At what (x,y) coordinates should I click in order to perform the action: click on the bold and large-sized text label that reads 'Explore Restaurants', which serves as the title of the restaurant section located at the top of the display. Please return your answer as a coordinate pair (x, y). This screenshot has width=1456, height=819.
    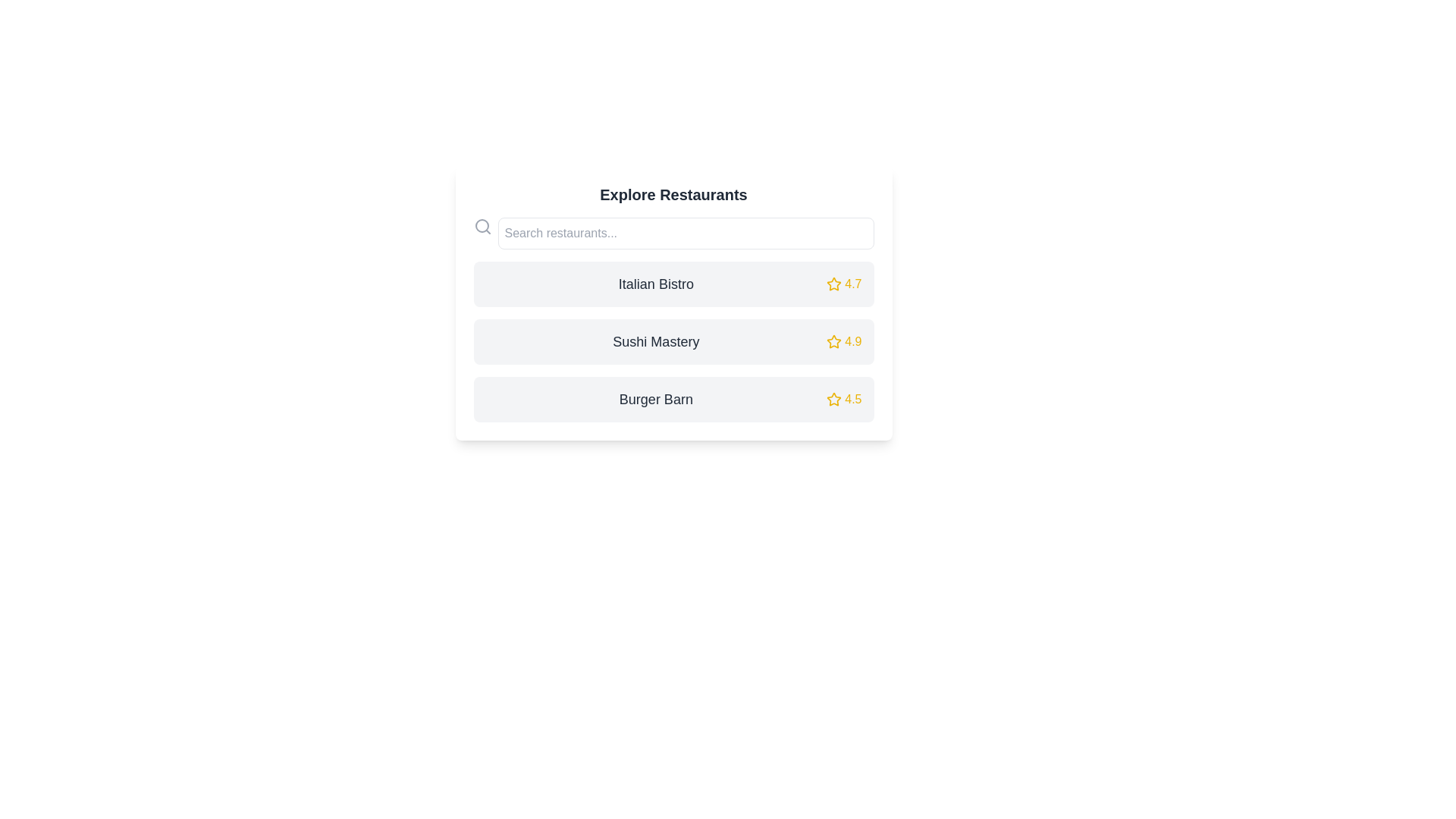
    Looking at the image, I should click on (673, 194).